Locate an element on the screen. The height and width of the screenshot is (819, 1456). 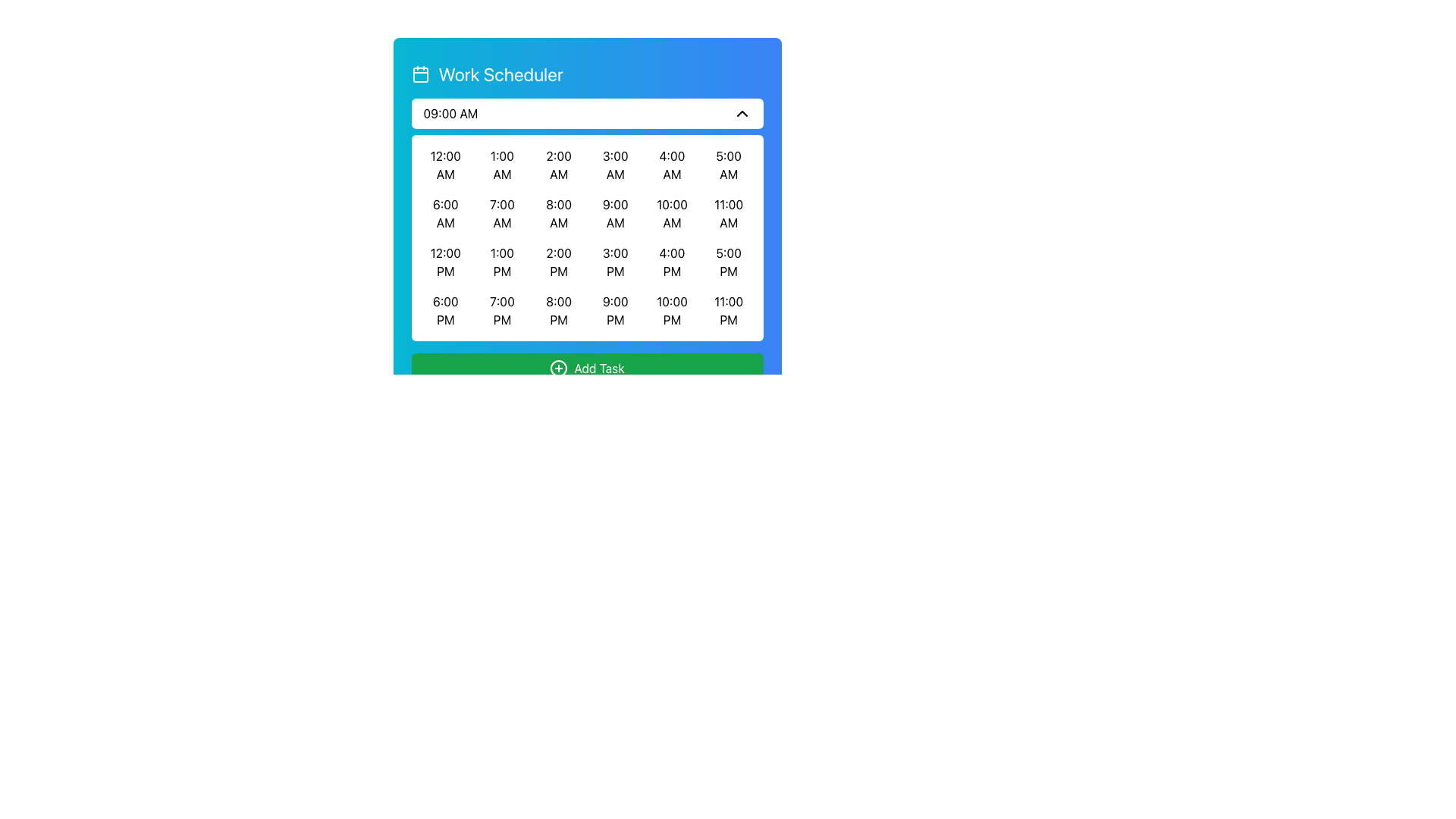
the time option '09:00 AM' in the Time selection grid, which is presented in a tabular format beneath the current time dropdown is located at coordinates (586, 219).